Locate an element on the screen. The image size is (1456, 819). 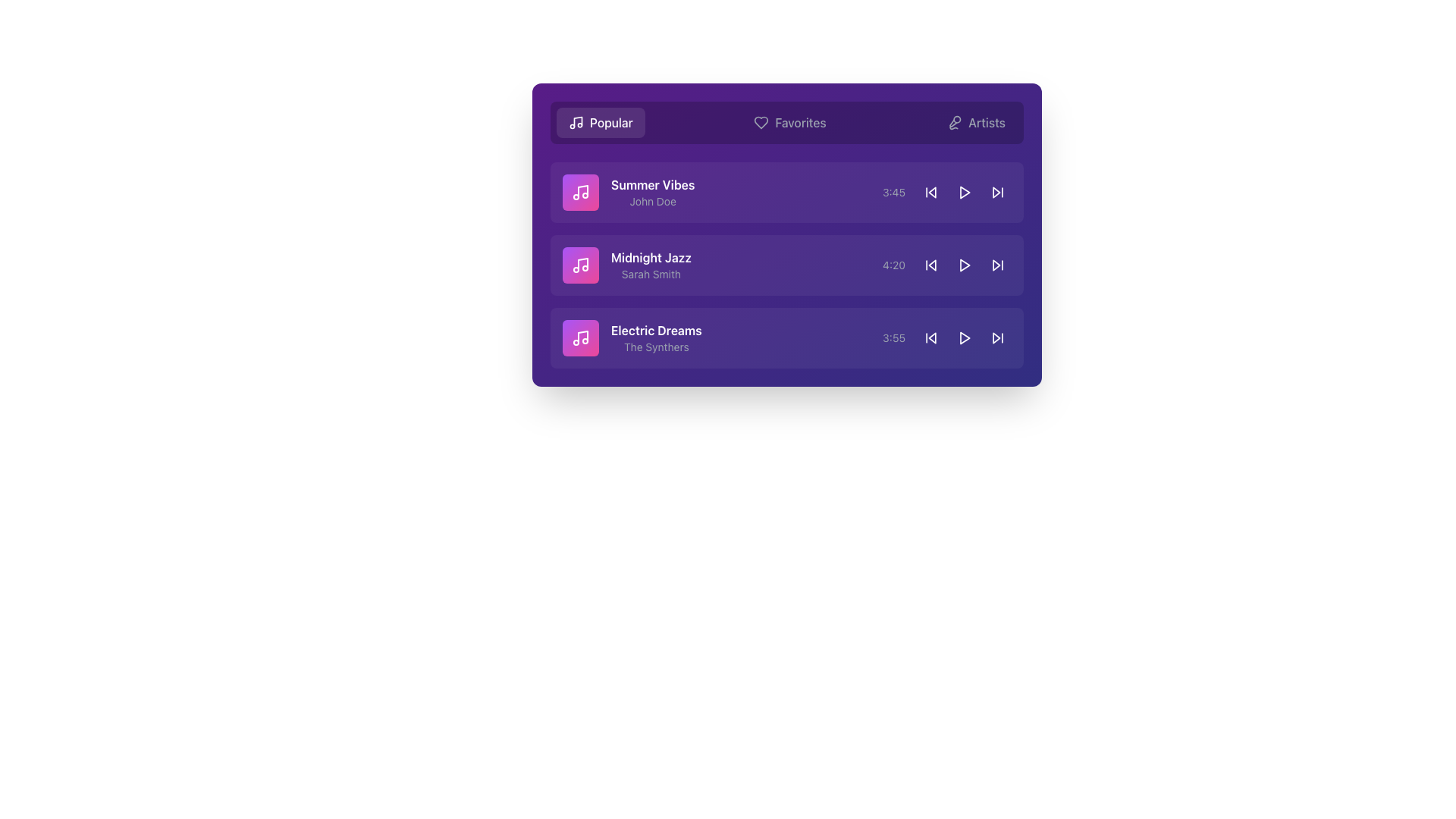
the small musical note icon located within the 'Popular' button in the header of the music menu interface is located at coordinates (577, 121).